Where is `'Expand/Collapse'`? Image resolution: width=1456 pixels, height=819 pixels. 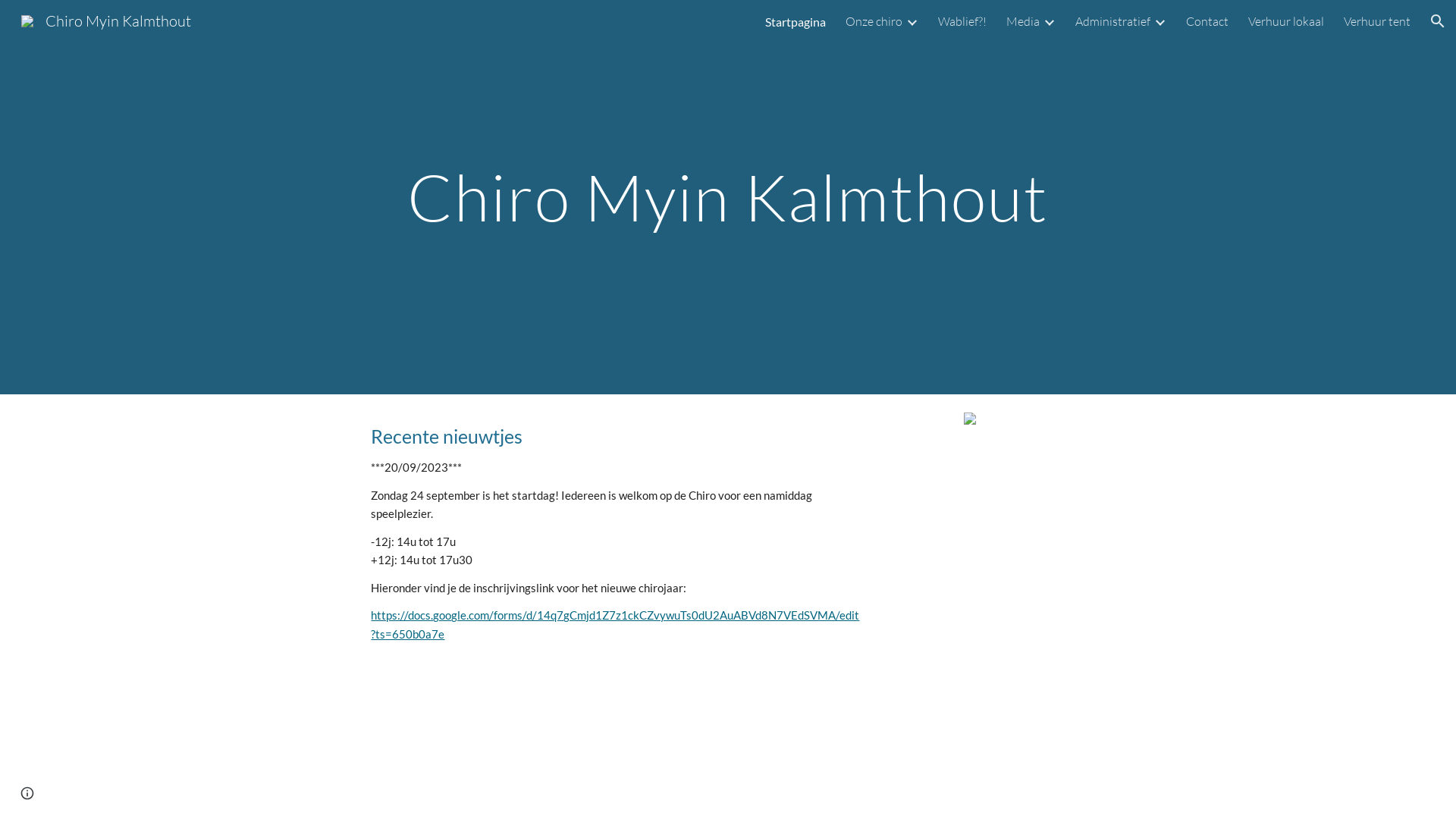 'Expand/Collapse' is located at coordinates (1047, 20).